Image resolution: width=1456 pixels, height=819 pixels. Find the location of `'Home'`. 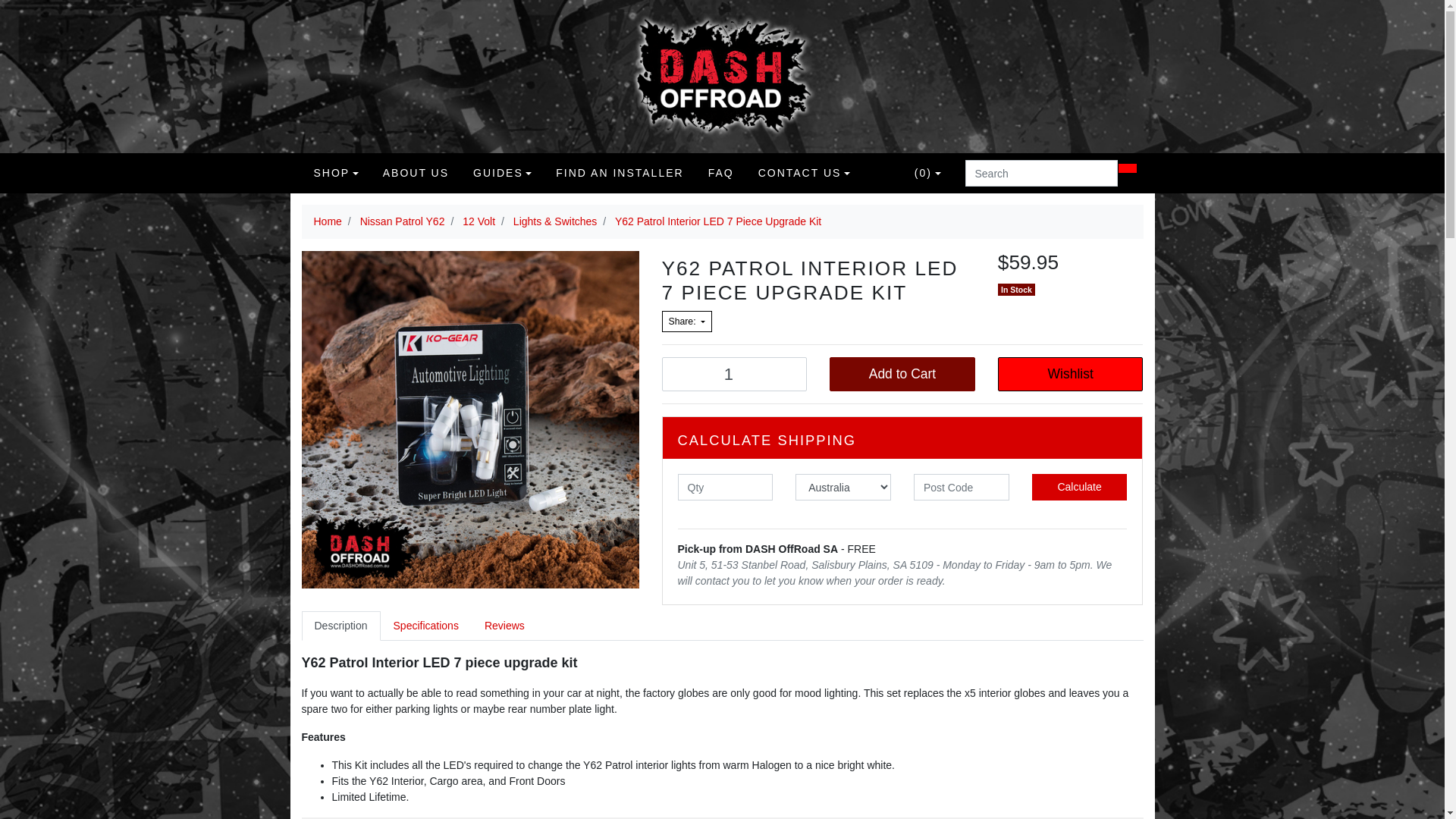

'Home' is located at coordinates (327, 221).